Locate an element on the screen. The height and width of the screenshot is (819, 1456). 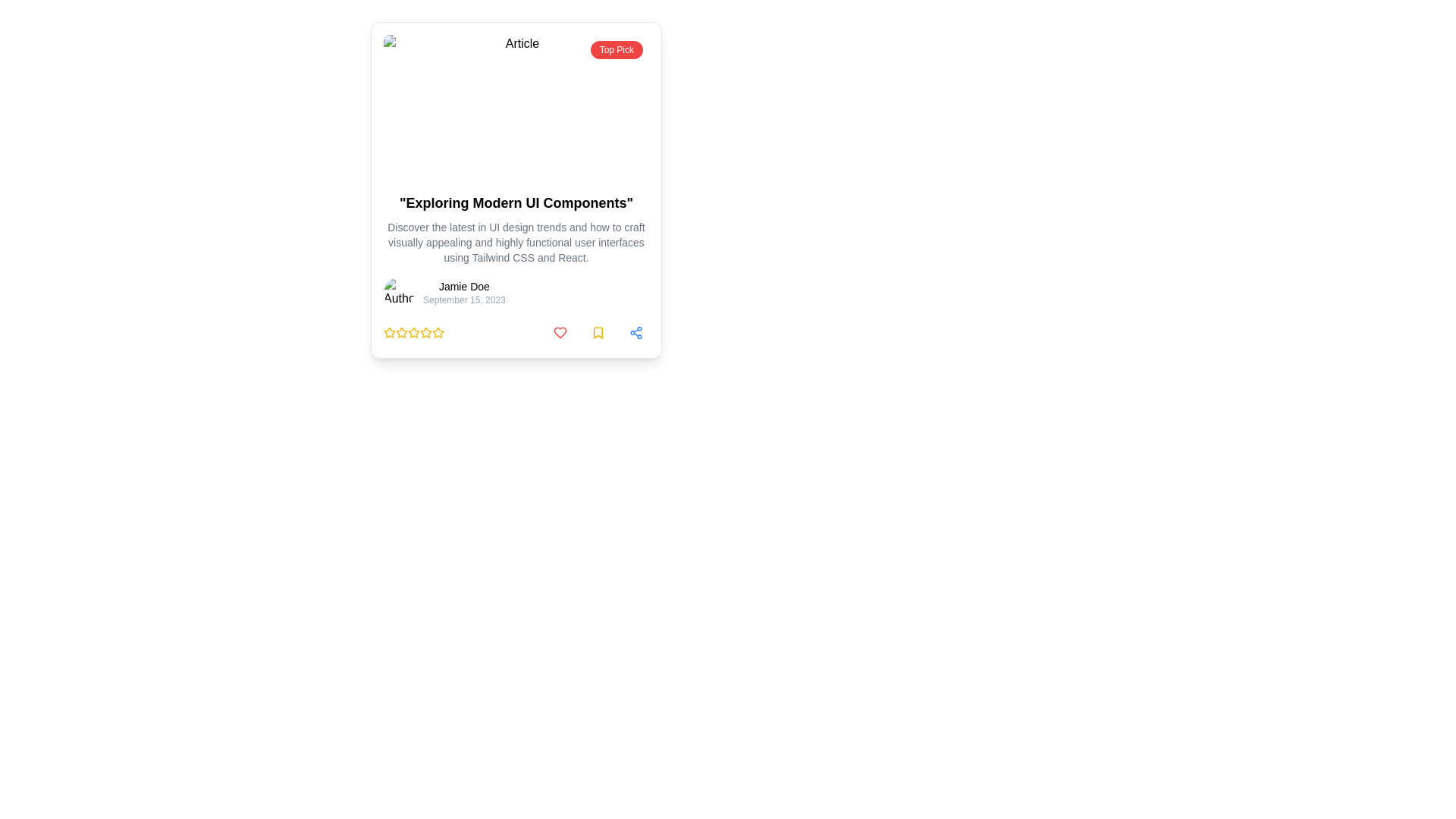
the fourth star-shaped icon with a yellow border and a transparent center in a row of five rating stars is located at coordinates (437, 331).